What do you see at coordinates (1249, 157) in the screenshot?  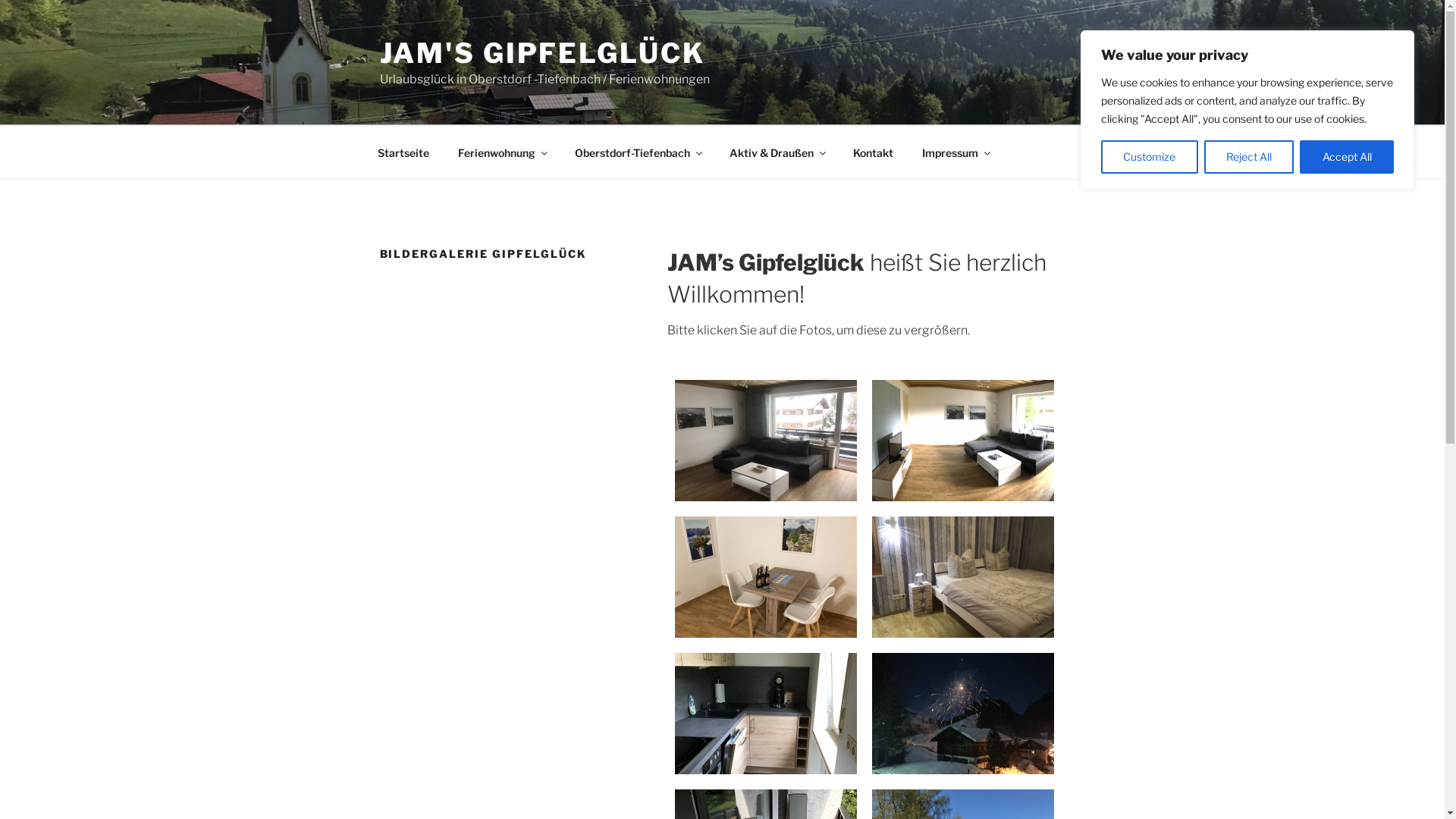 I see `'Reject All'` at bounding box center [1249, 157].